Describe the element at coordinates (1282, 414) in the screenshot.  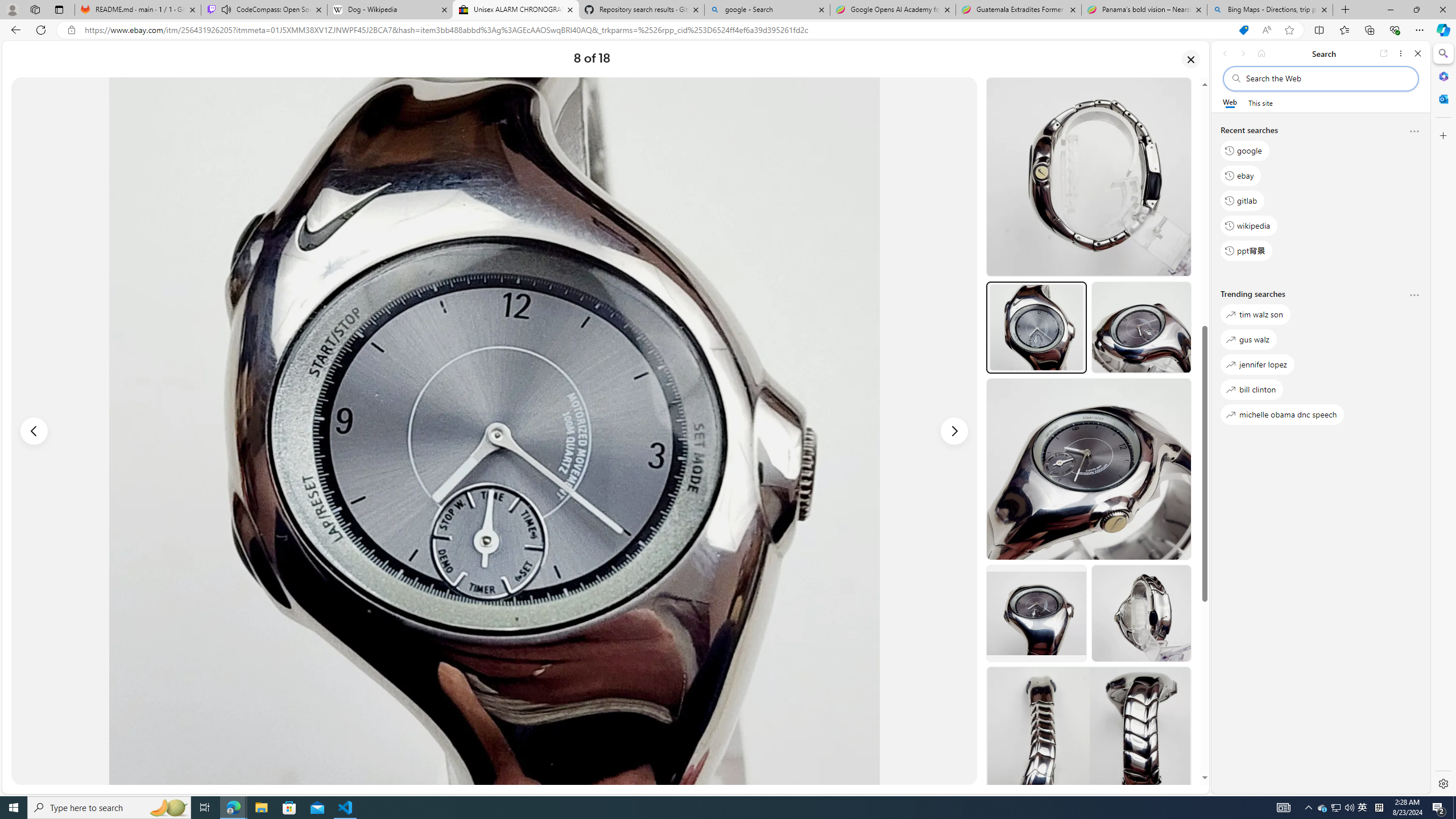
I see `'michelle obama dnc speech'` at that location.